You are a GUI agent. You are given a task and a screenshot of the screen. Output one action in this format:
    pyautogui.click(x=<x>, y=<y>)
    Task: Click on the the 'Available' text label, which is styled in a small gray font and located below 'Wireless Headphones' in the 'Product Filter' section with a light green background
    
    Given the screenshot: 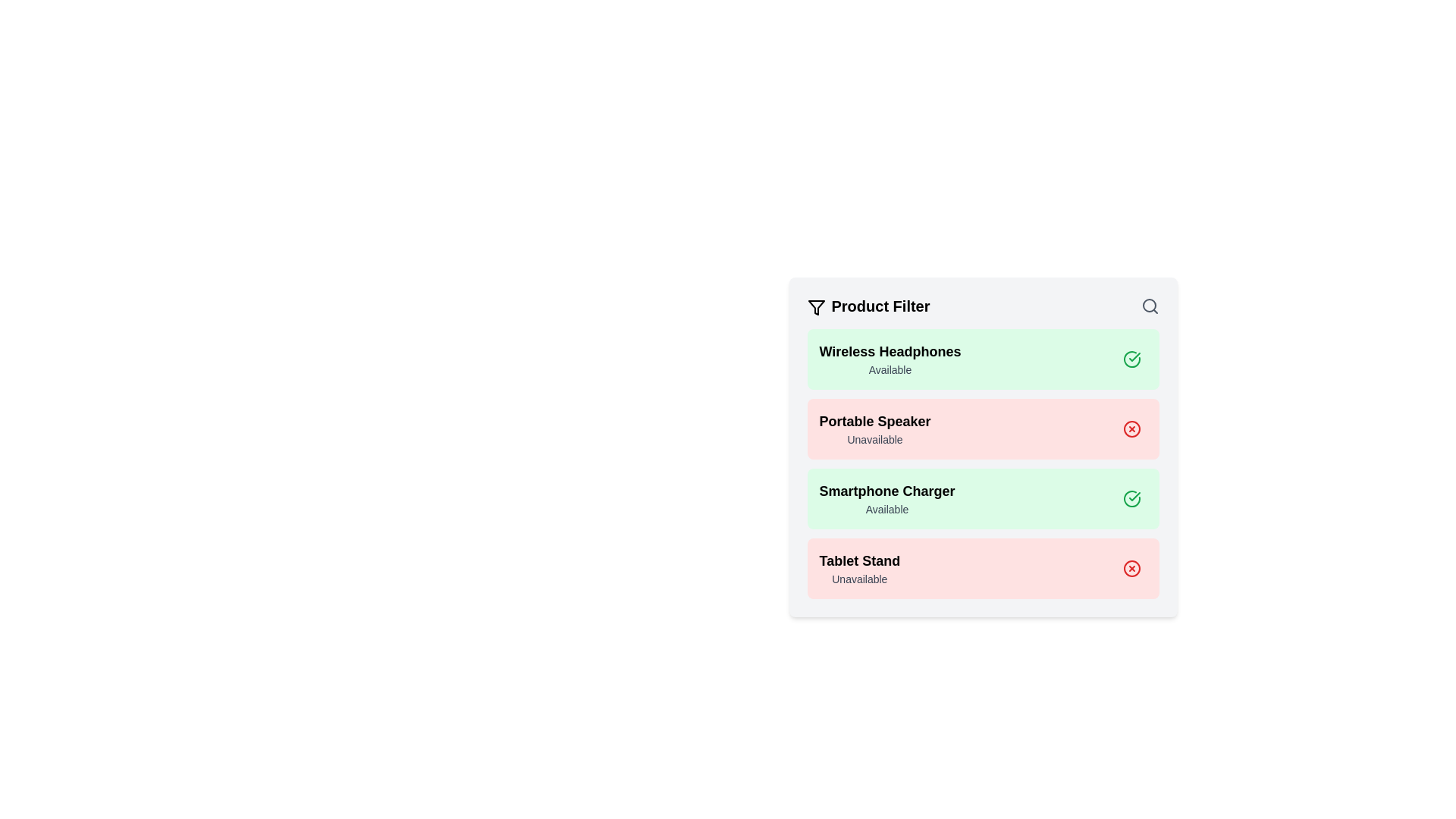 What is the action you would take?
    pyautogui.click(x=890, y=370)
    